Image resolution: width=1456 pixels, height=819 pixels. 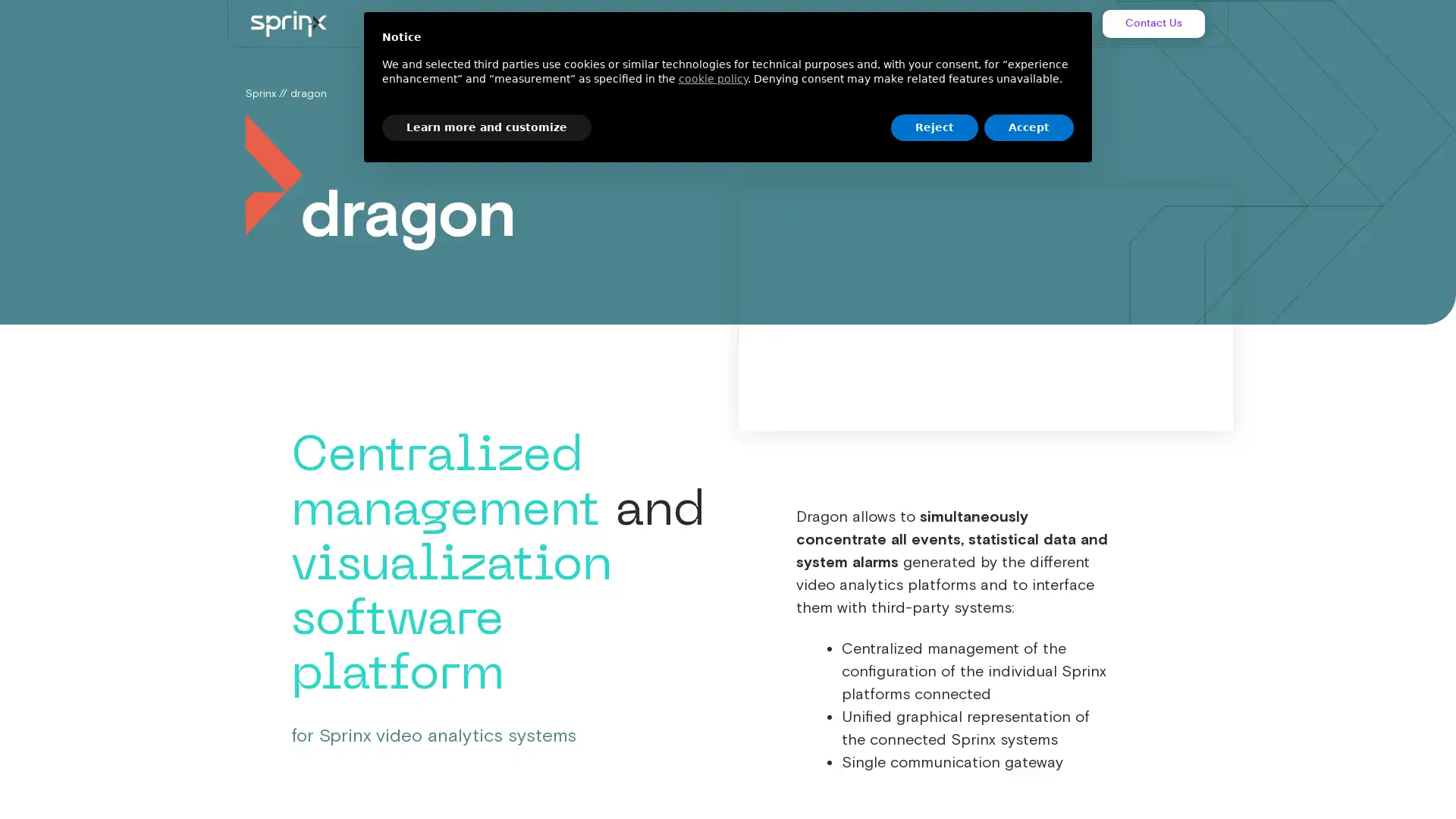 What do you see at coordinates (487, 127) in the screenshot?
I see `Learn more and customize` at bounding box center [487, 127].